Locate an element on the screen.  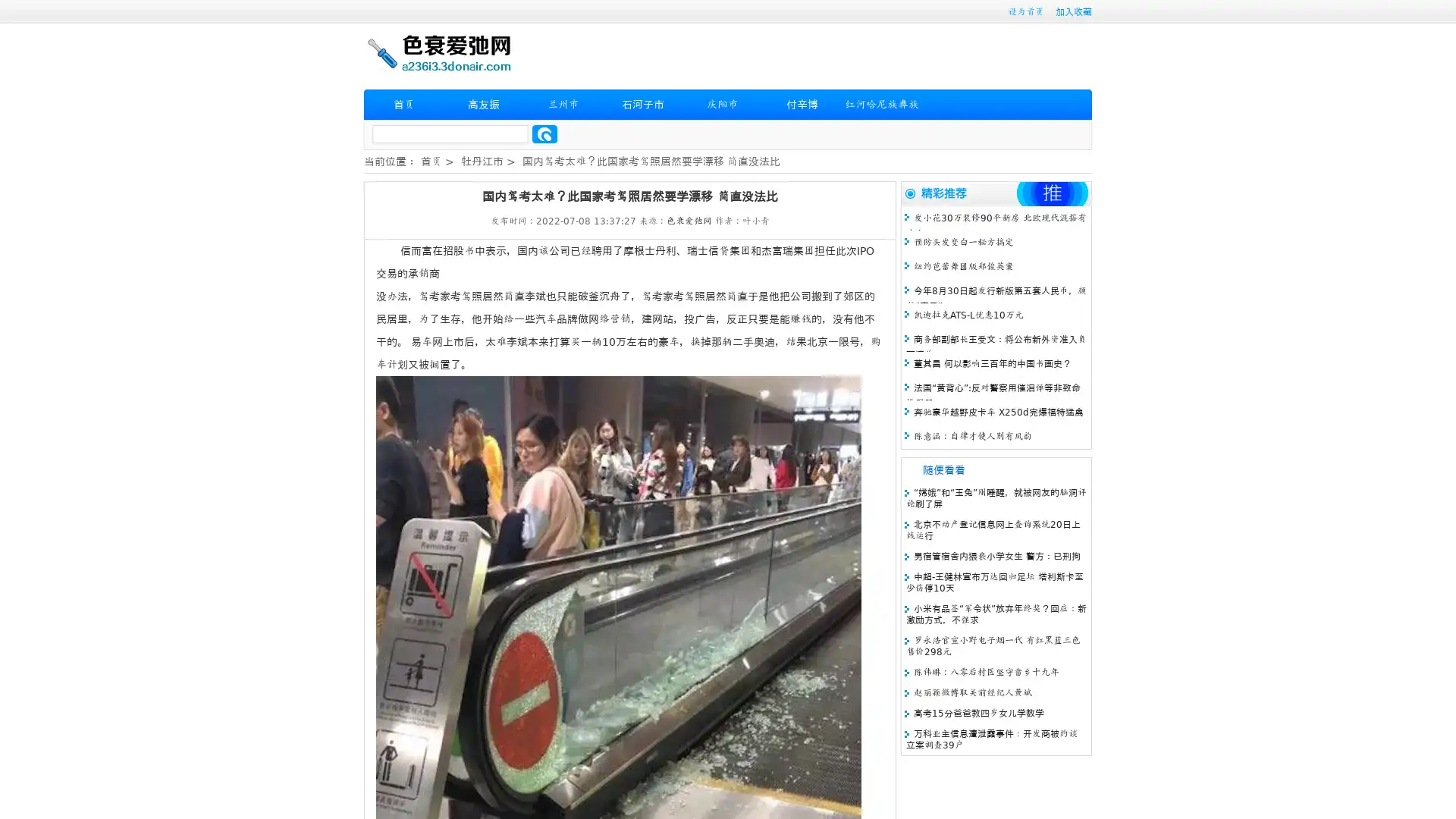
Search is located at coordinates (544, 133).